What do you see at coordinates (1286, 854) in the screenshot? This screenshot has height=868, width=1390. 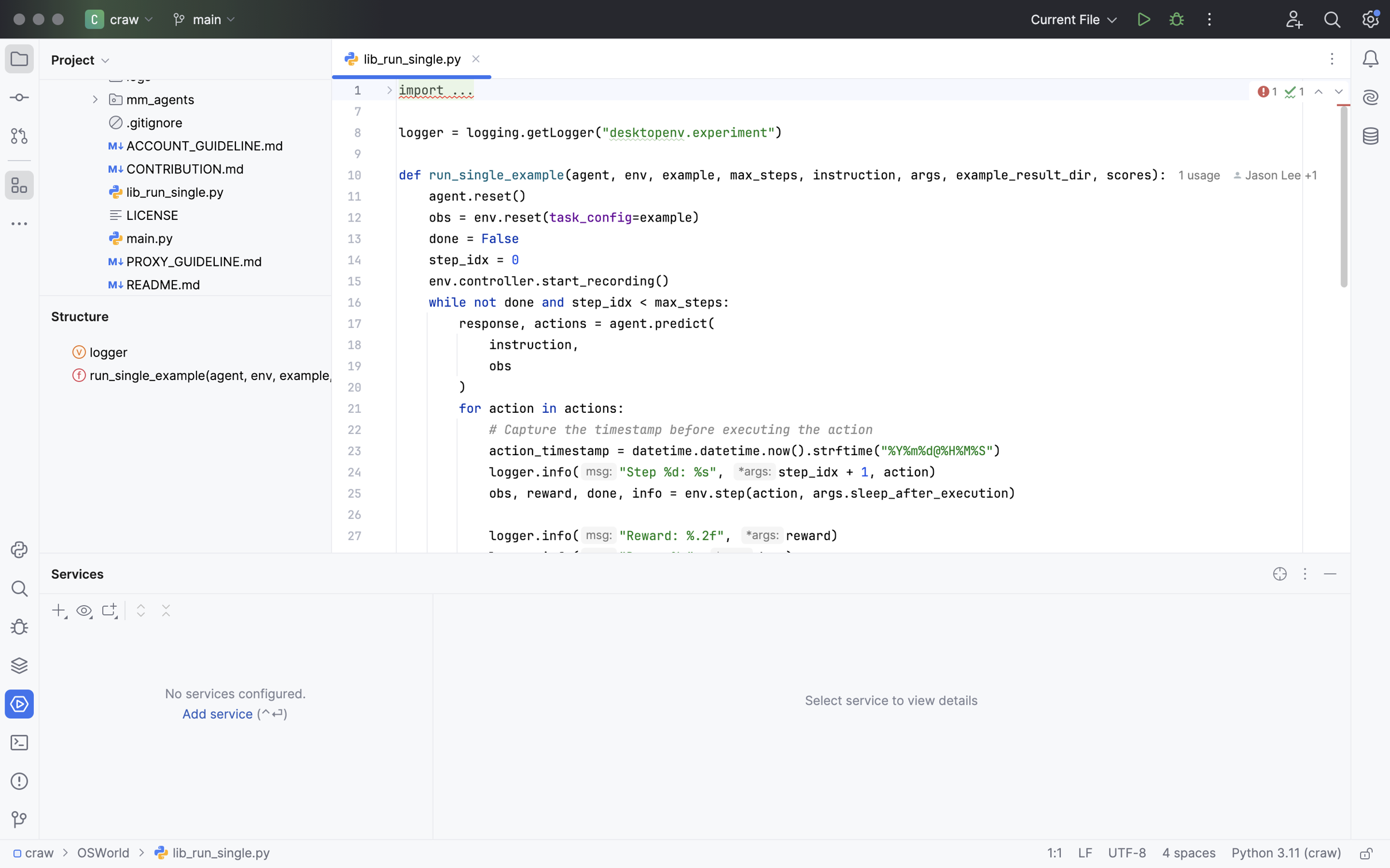 I see `'Python 3.11 (craw)'` at bounding box center [1286, 854].